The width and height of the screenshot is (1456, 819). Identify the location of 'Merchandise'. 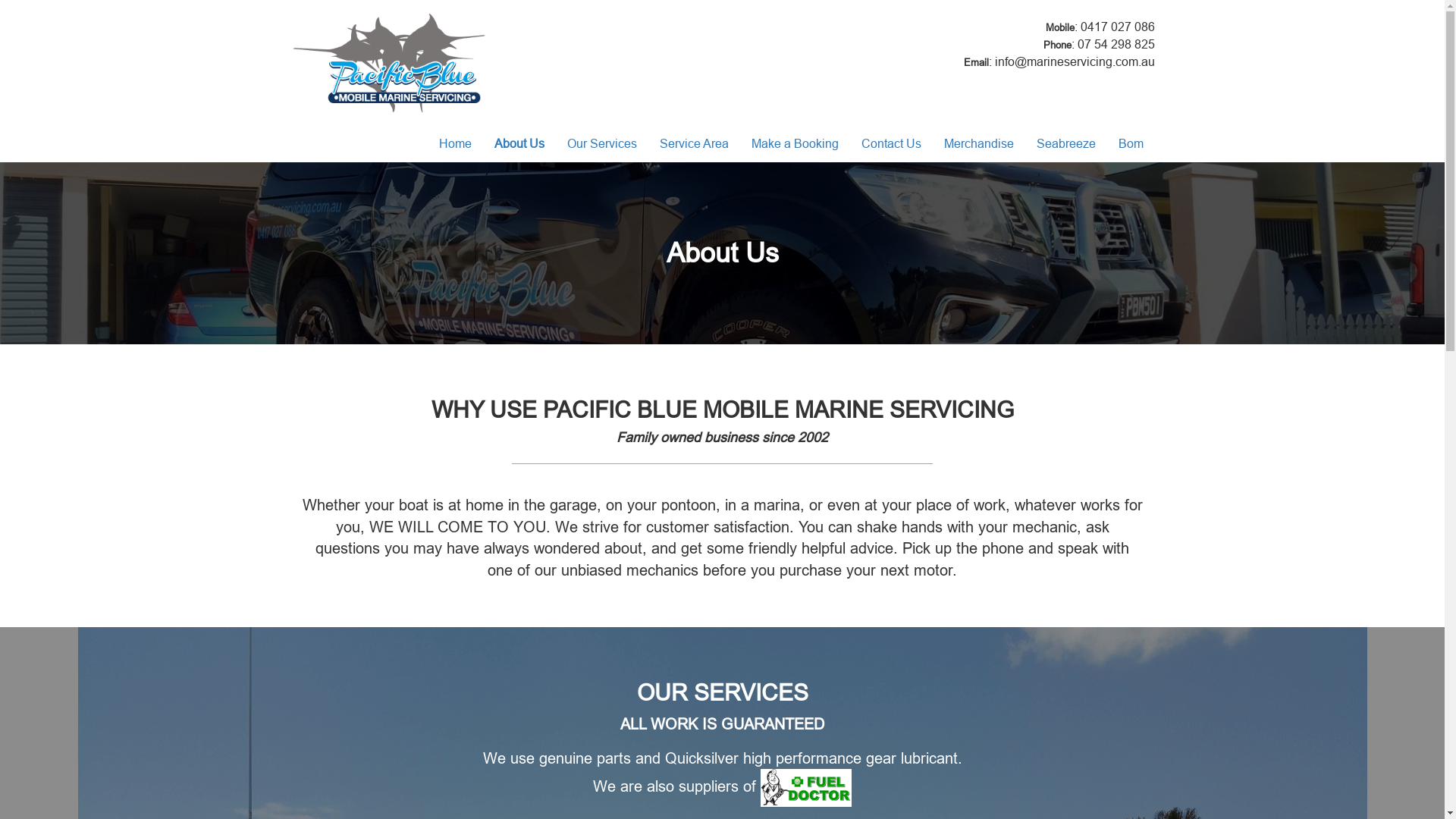
(979, 143).